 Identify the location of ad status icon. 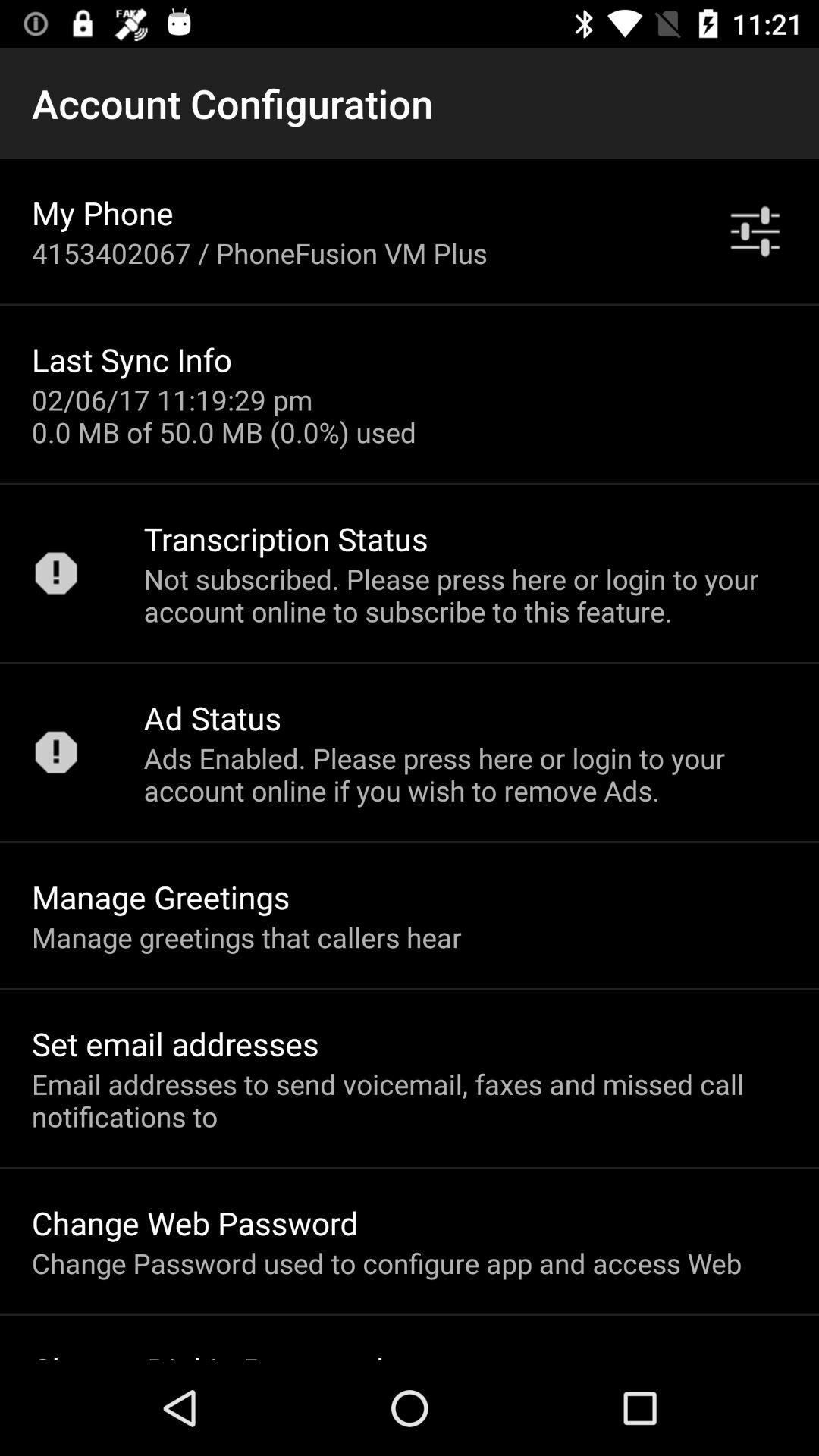
(212, 717).